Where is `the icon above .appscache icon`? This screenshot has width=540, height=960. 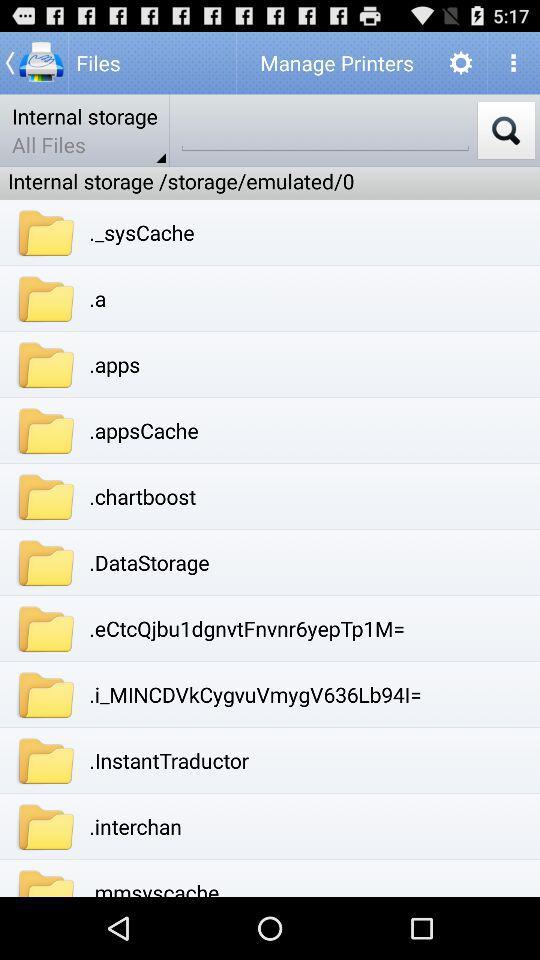 the icon above .appscache icon is located at coordinates (114, 363).